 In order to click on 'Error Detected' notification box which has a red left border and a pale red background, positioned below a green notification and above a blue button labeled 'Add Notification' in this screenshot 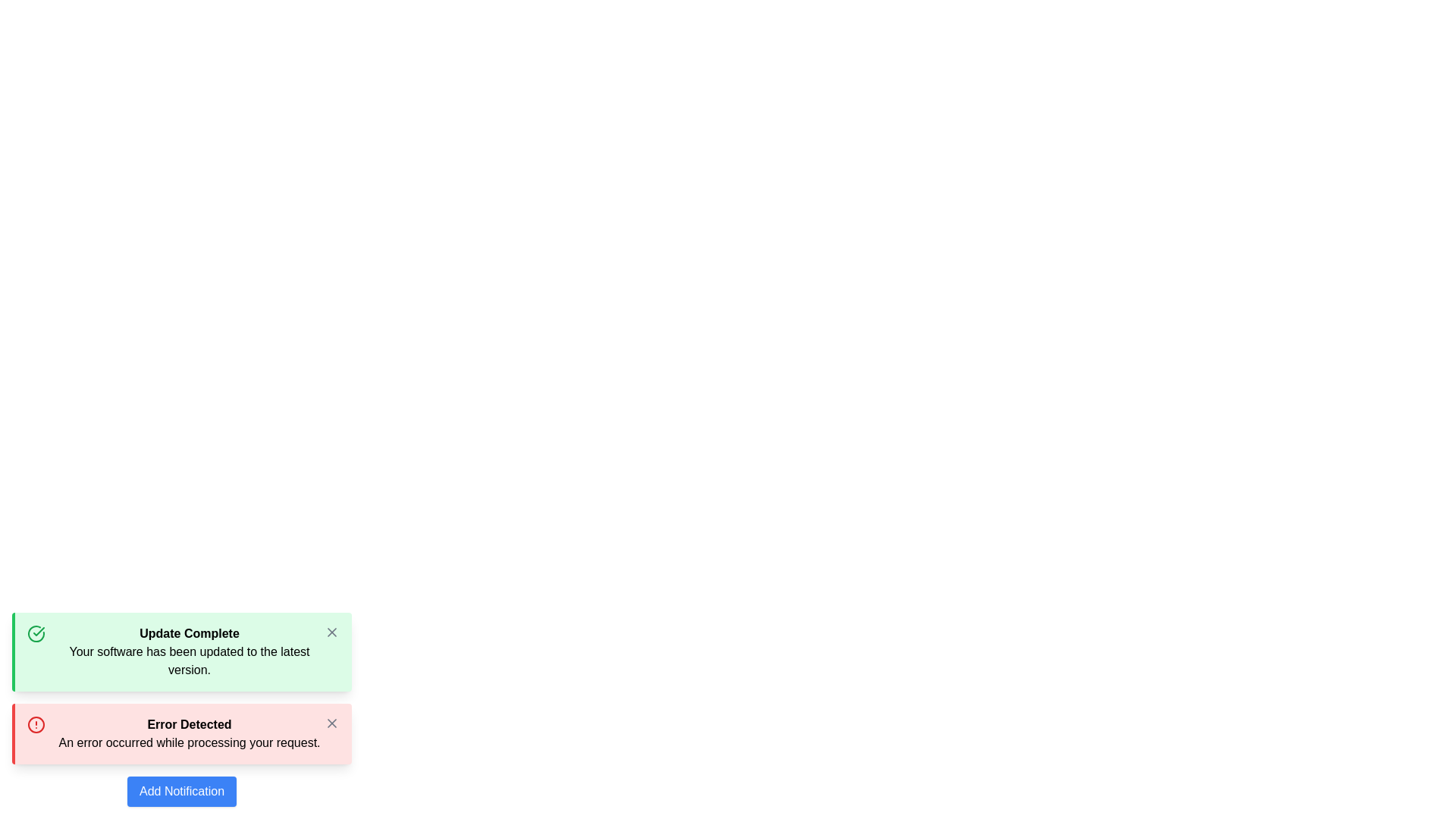, I will do `click(182, 733)`.